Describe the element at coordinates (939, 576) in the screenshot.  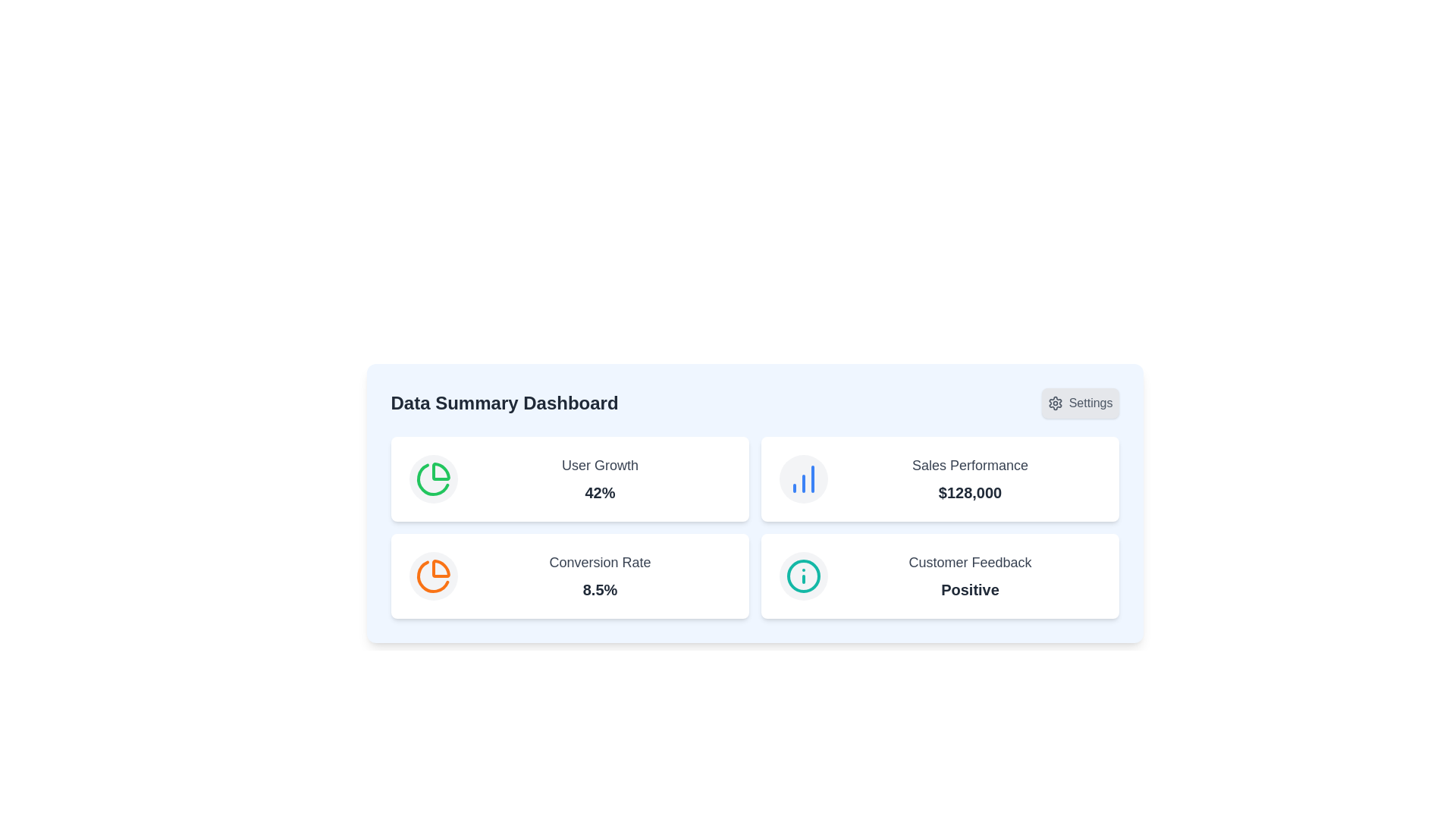
I see `the Informational card displaying 'Customer Feedback' and 'Positive' with a teal circular icon, located in the bottom-right corner of the 2x2 grid on the 'Data Summary Dashboard'` at that location.